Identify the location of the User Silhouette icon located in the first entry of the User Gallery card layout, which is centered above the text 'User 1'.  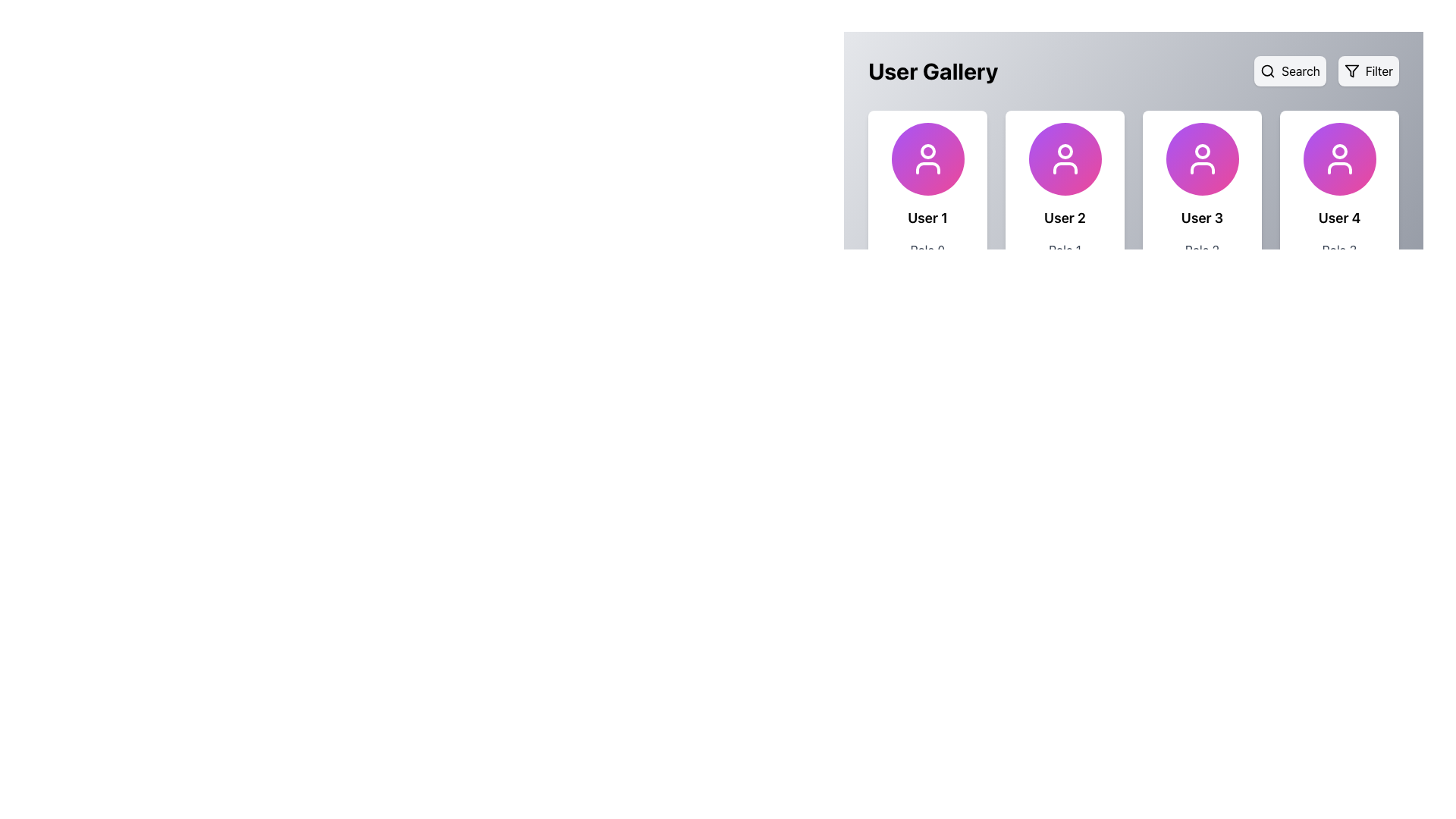
(927, 158).